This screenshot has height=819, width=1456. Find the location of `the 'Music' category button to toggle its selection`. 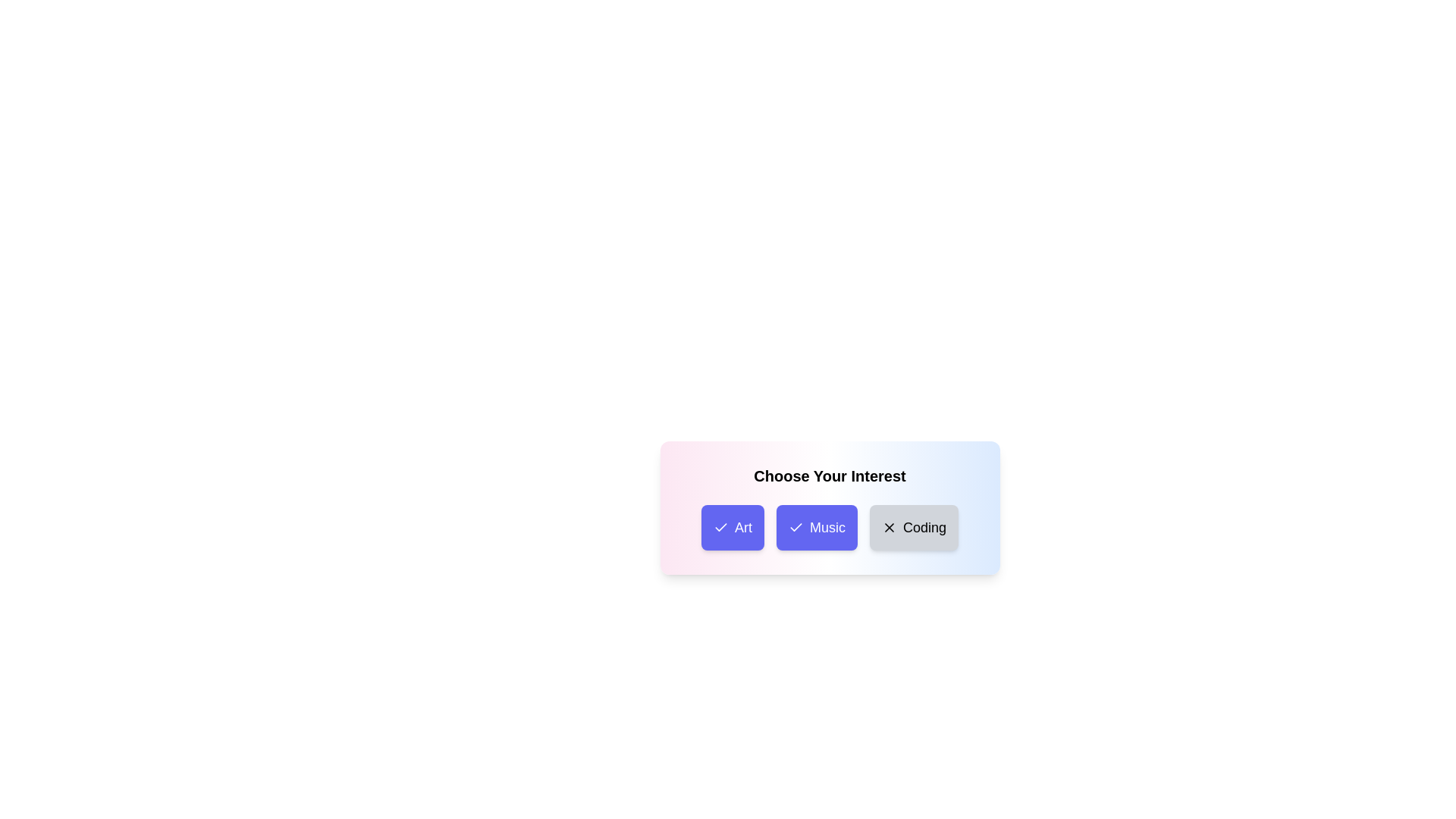

the 'Music' category button to toggle its selection is located at coordinates (816, 526).